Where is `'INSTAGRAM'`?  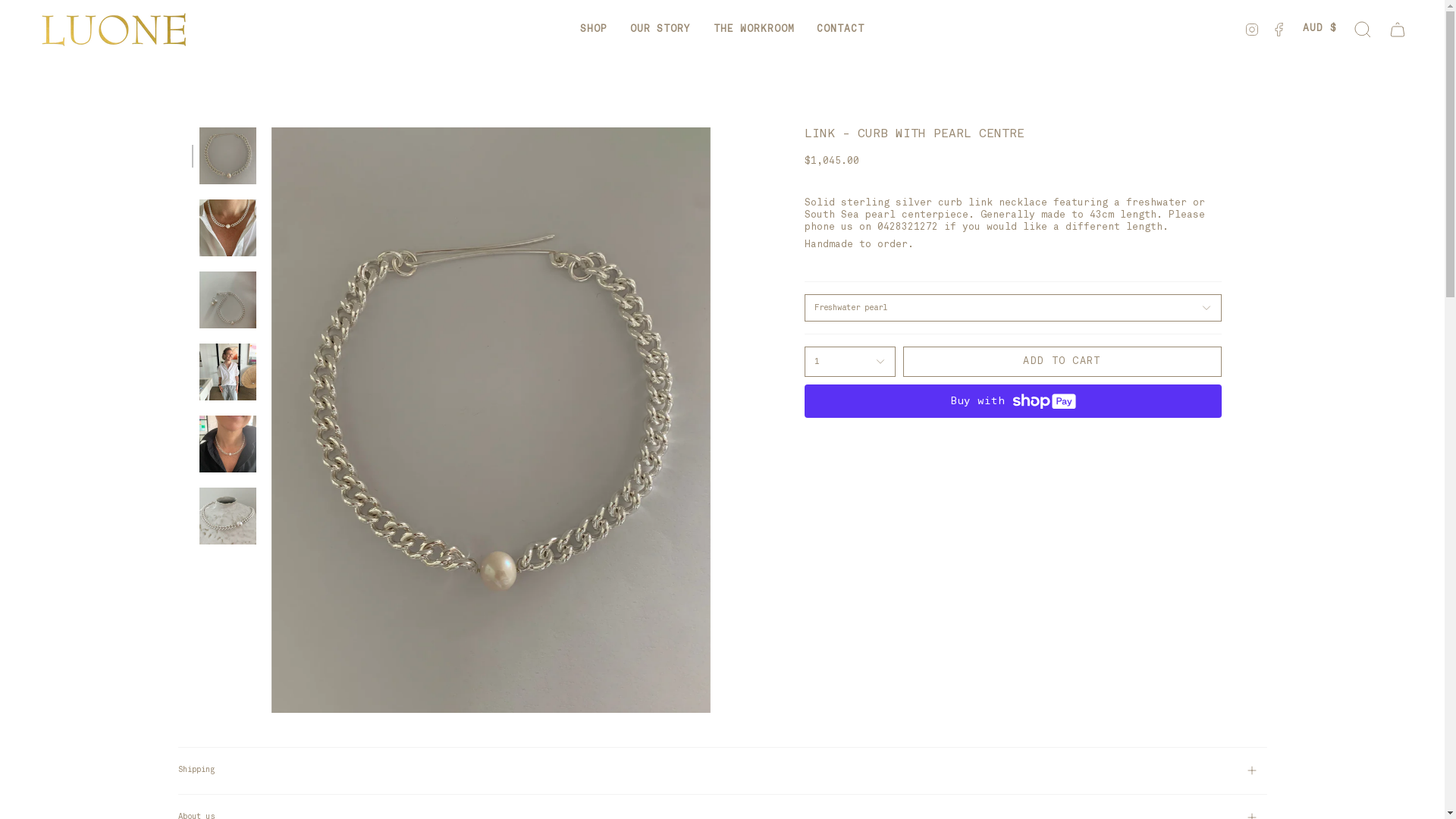 'INSTAGRAM' is located at coordinates (1252, 29).